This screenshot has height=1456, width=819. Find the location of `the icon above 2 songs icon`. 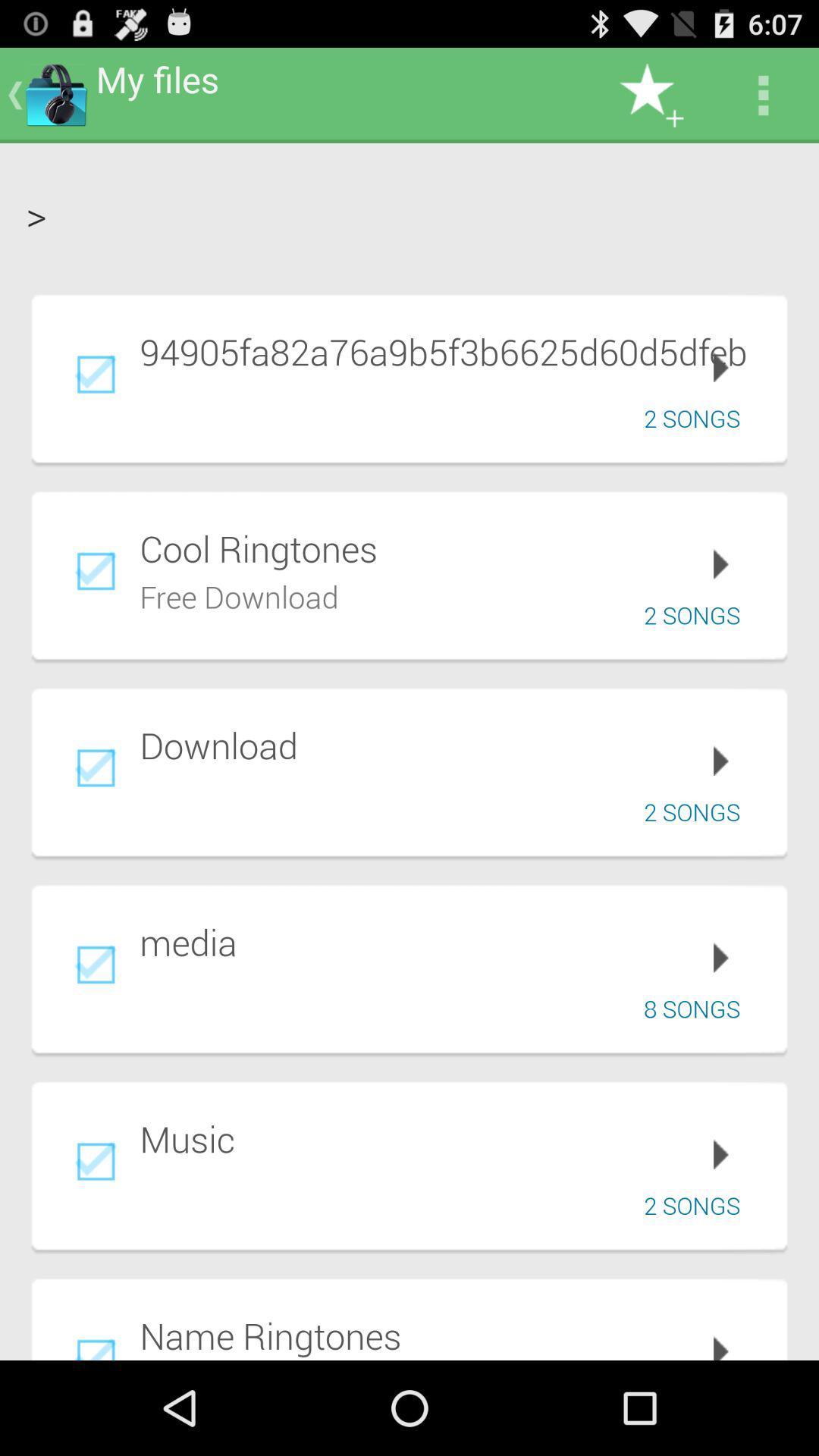

the icon above 2 songs icon is located at coordinates (452, 350).